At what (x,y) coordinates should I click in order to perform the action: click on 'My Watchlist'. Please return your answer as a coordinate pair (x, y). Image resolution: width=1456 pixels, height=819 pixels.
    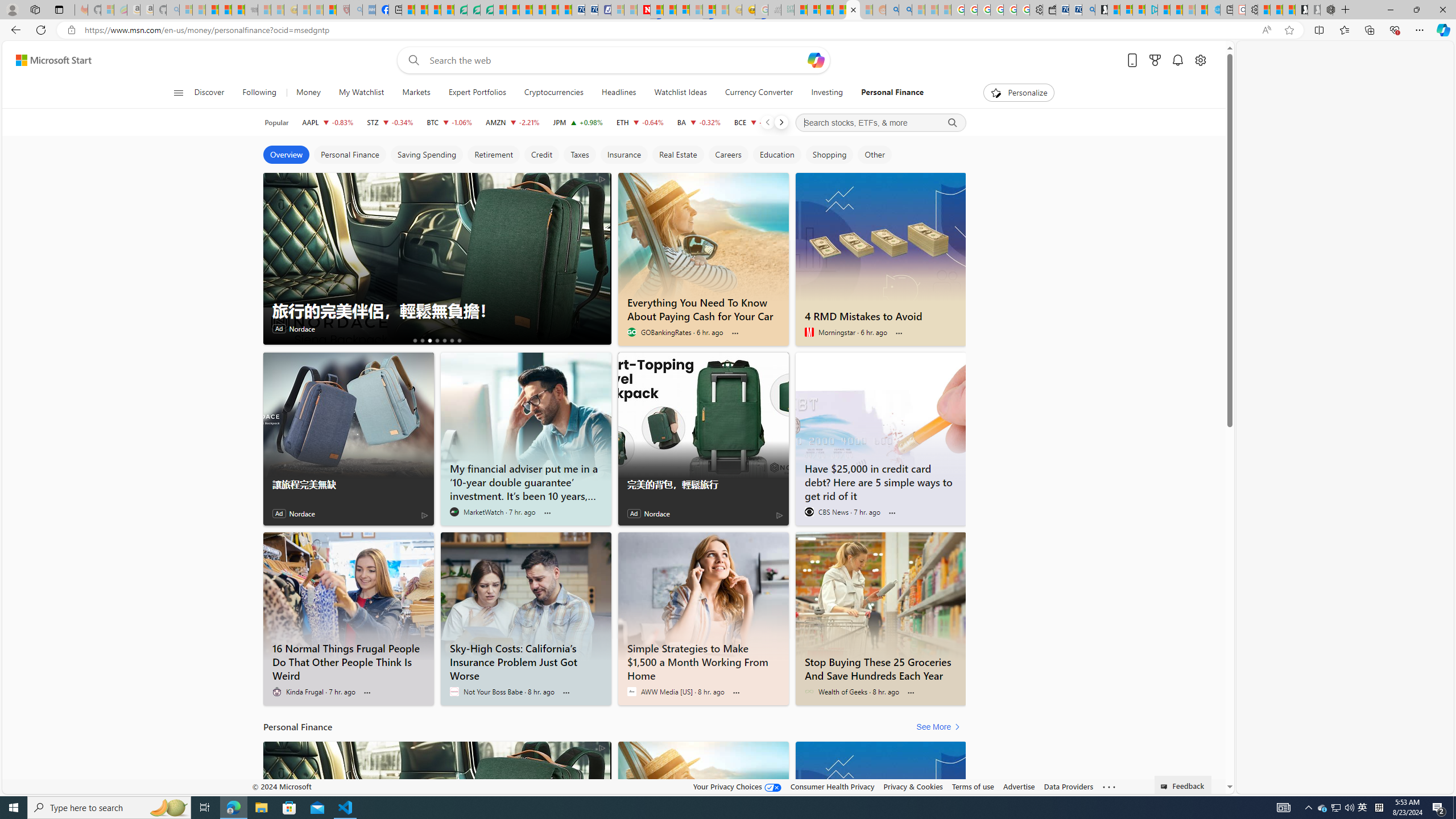
    Looking at the image, I should click on (360, 92).